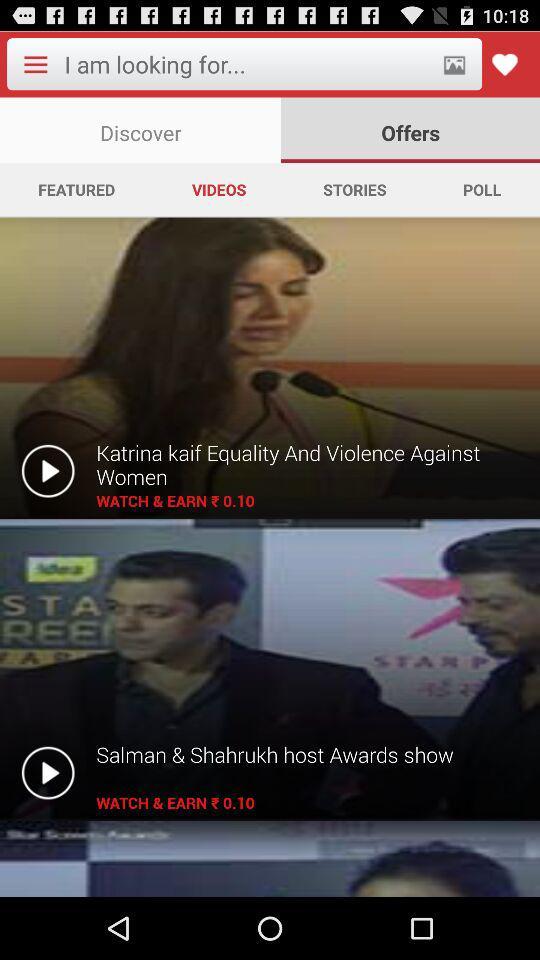 The image size is (540, 960). What do you see at coordinates (35, 64) in the screenshot?
I see `menu` at bounding box center [35, 64].